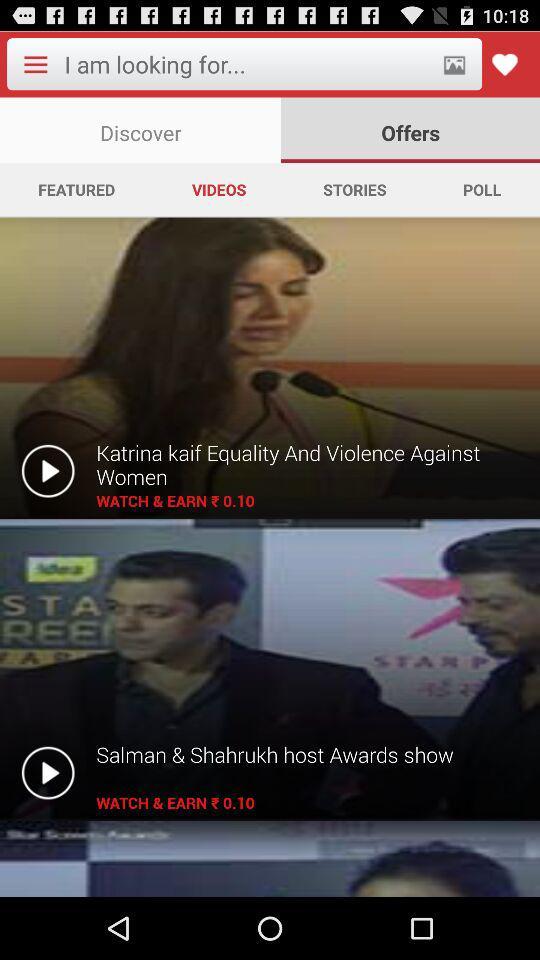 The image size is (540, 960). What do you see at coordinates (35, 64) in the screenshot?
I see `menu` at bounding box center [35, 64].